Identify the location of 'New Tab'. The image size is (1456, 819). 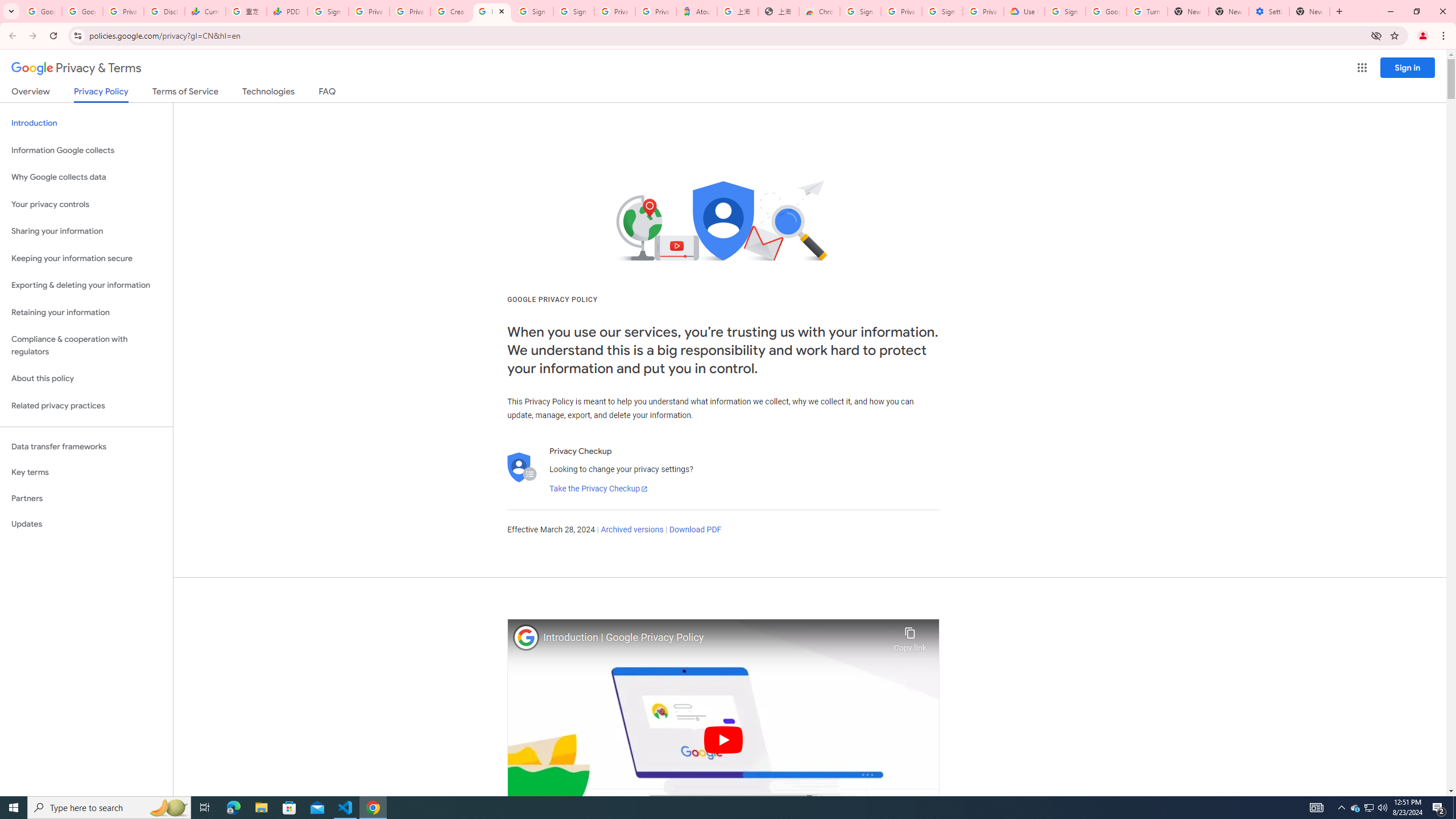
(1309, 11).